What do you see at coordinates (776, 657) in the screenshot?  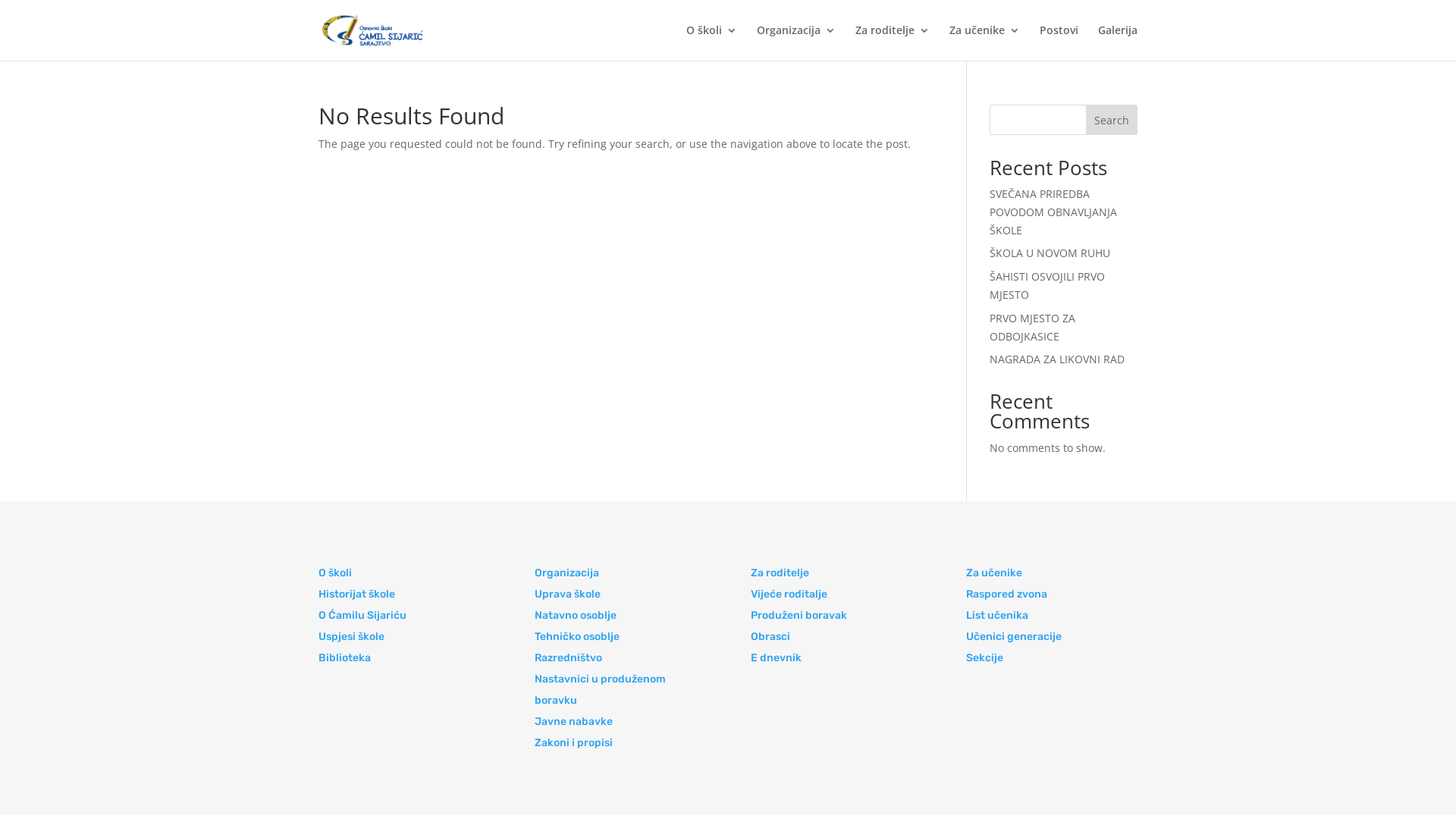 I see `'E dnevnik'` at bounding box center [776, 657].